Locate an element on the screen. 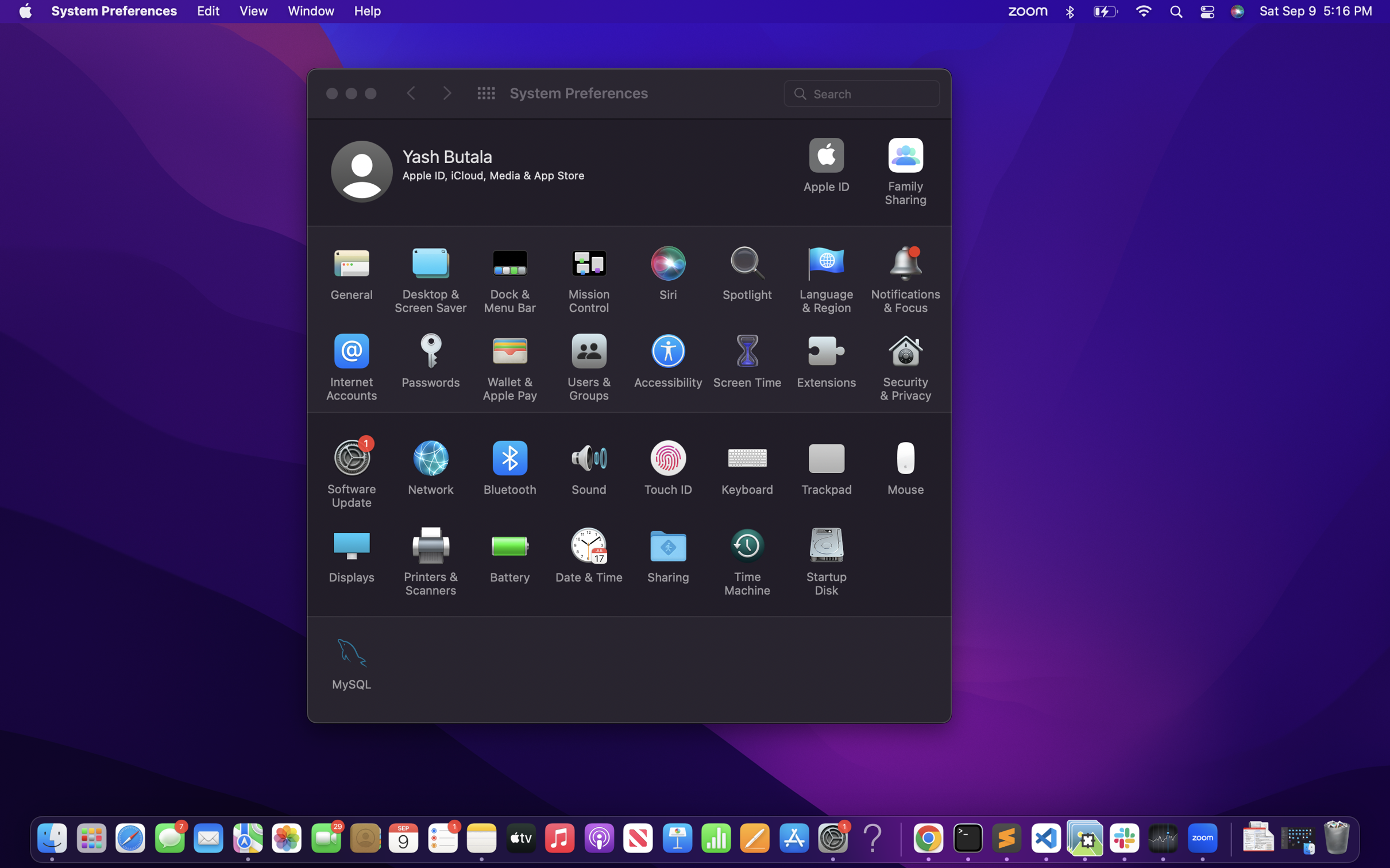  the language and region settings is located at coordinates (827, 280).